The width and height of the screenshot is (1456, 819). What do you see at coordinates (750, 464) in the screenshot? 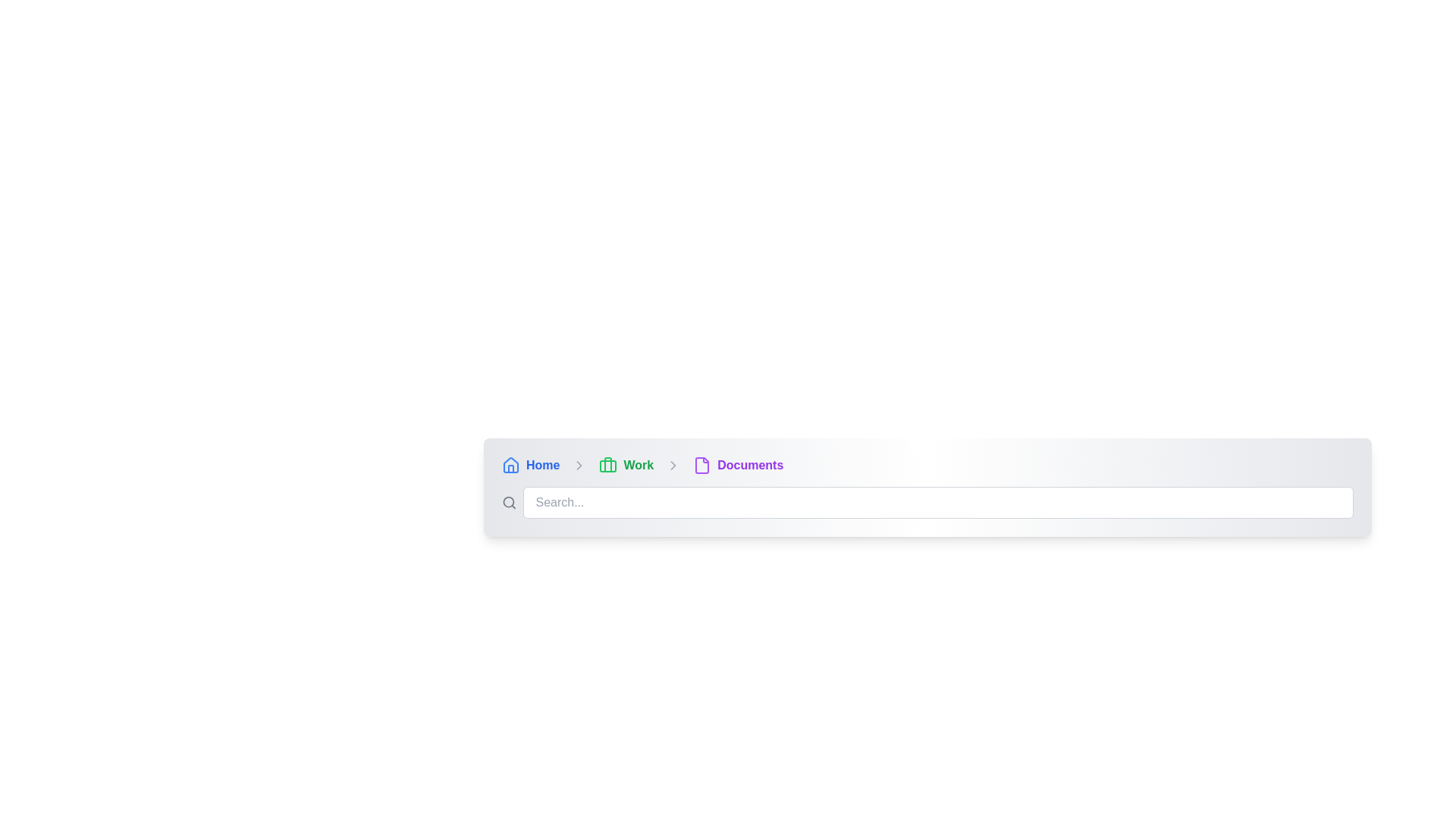
I see `the 'Documents' text label, which is styled in a bold purple font and is part of a breadcrumb navigation bar, located near the right side of the bar` at bounding box center [750, 464].